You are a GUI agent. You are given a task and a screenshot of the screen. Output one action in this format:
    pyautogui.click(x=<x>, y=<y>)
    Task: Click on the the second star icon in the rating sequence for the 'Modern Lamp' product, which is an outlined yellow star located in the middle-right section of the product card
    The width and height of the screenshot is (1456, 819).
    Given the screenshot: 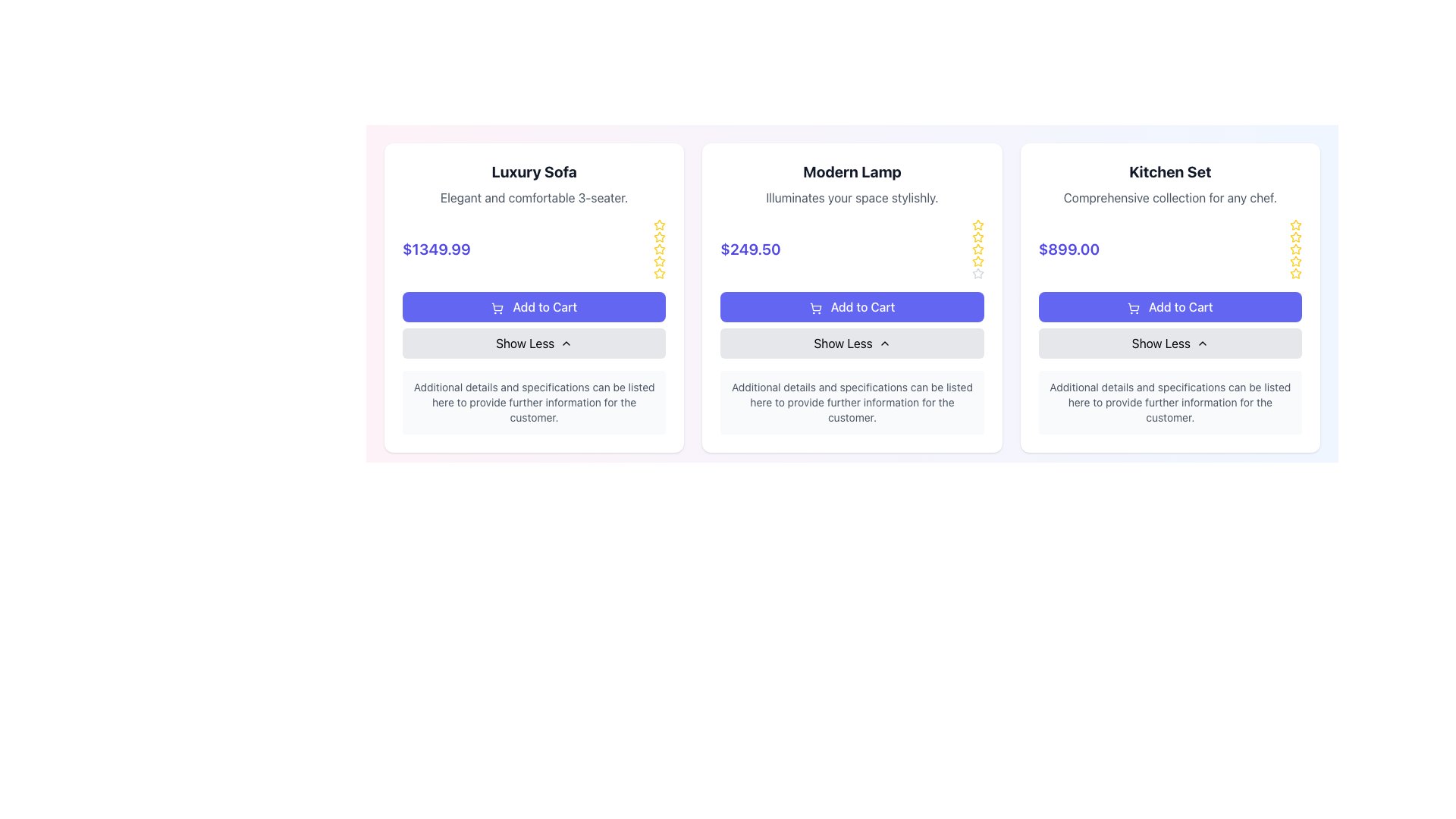 What is the action you would take?
    pyautogui.click(x=977, y=260)
    